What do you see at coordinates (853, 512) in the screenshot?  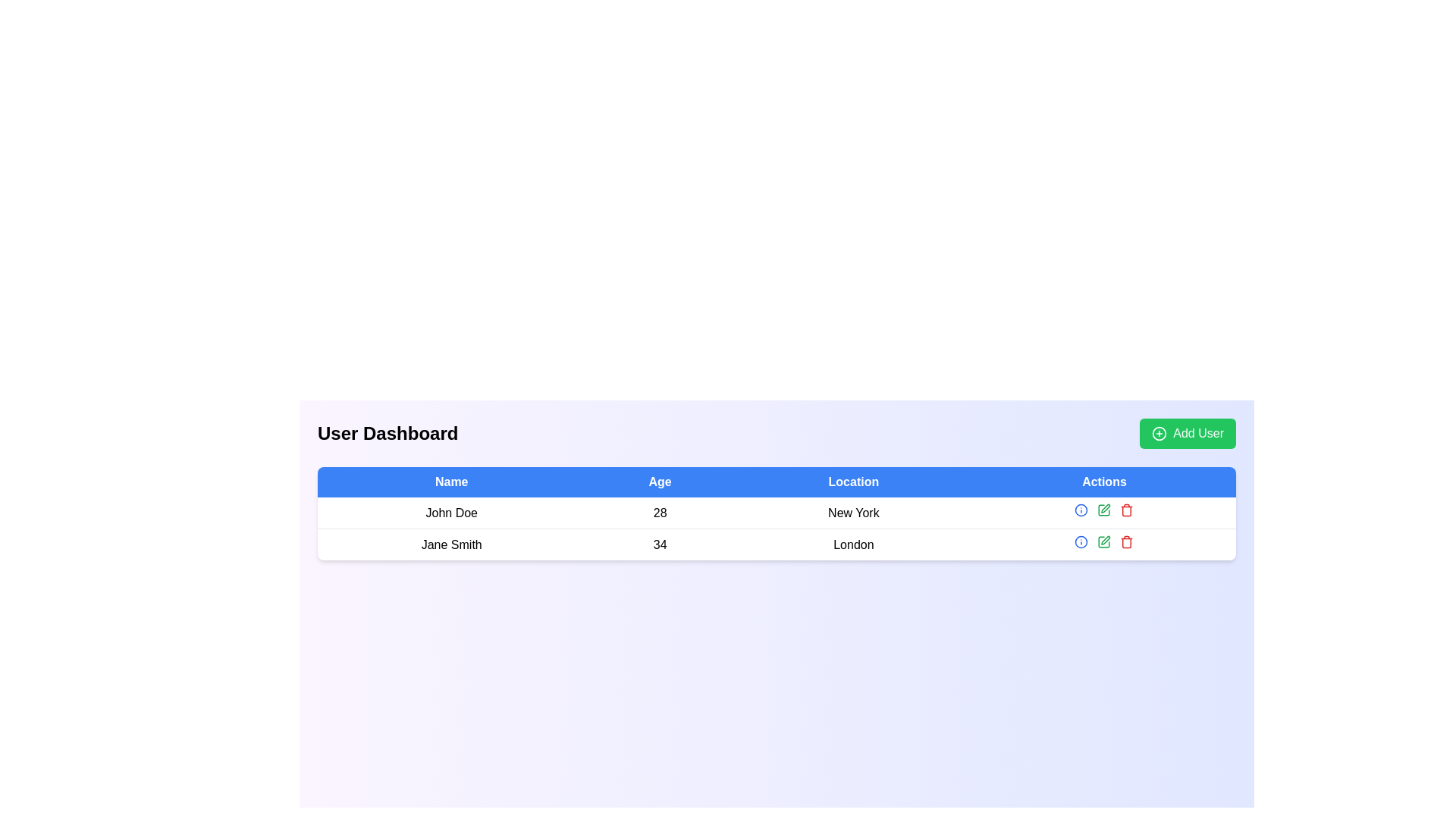 I see `the 'Location' text label displaying 'New York' in the table, which is located in the third column of the first data row, between the 'Age' and 'Actions' columns` at bounding box center [853, 512].